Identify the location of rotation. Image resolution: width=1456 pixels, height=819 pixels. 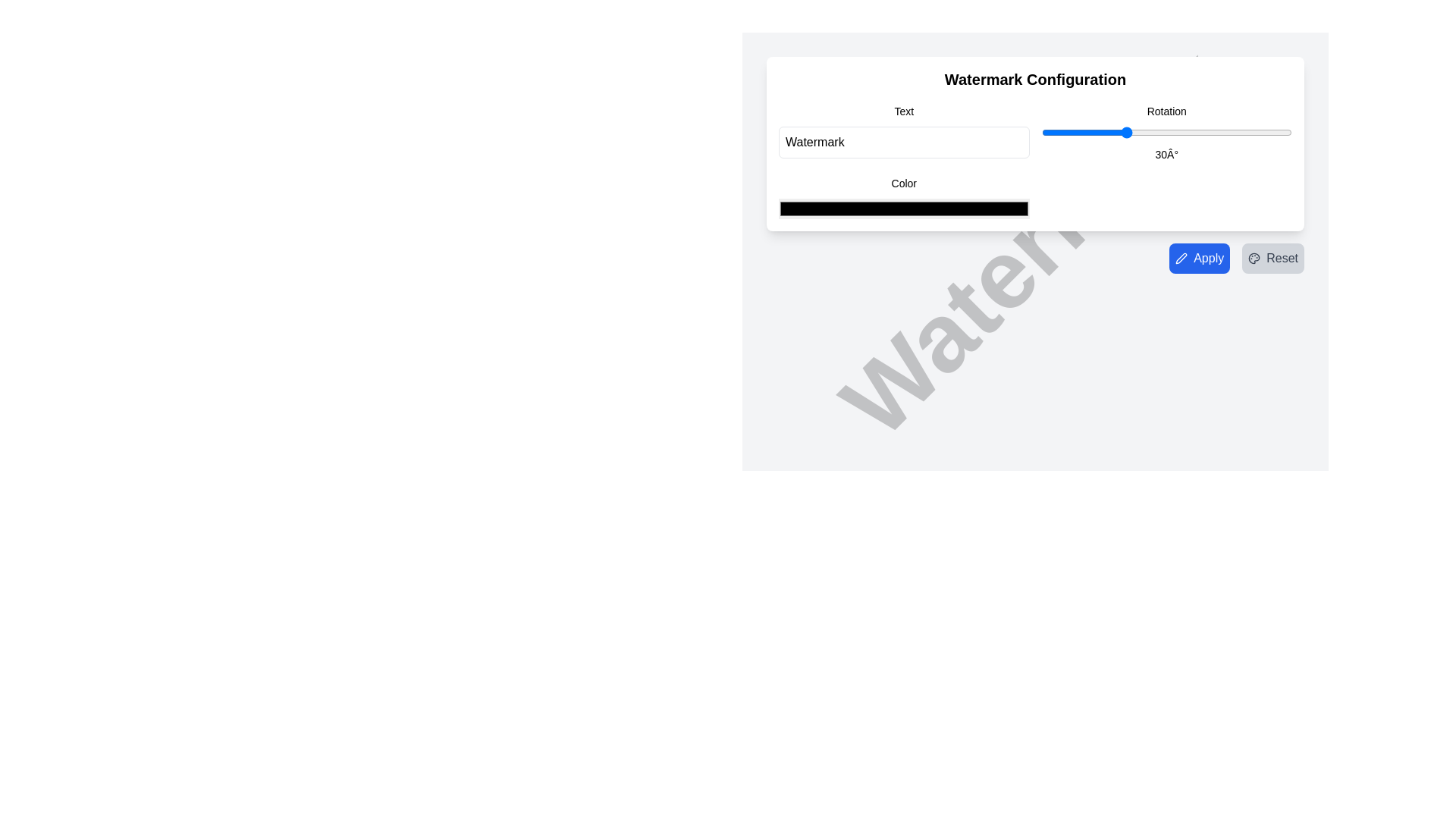
(1219, 131).